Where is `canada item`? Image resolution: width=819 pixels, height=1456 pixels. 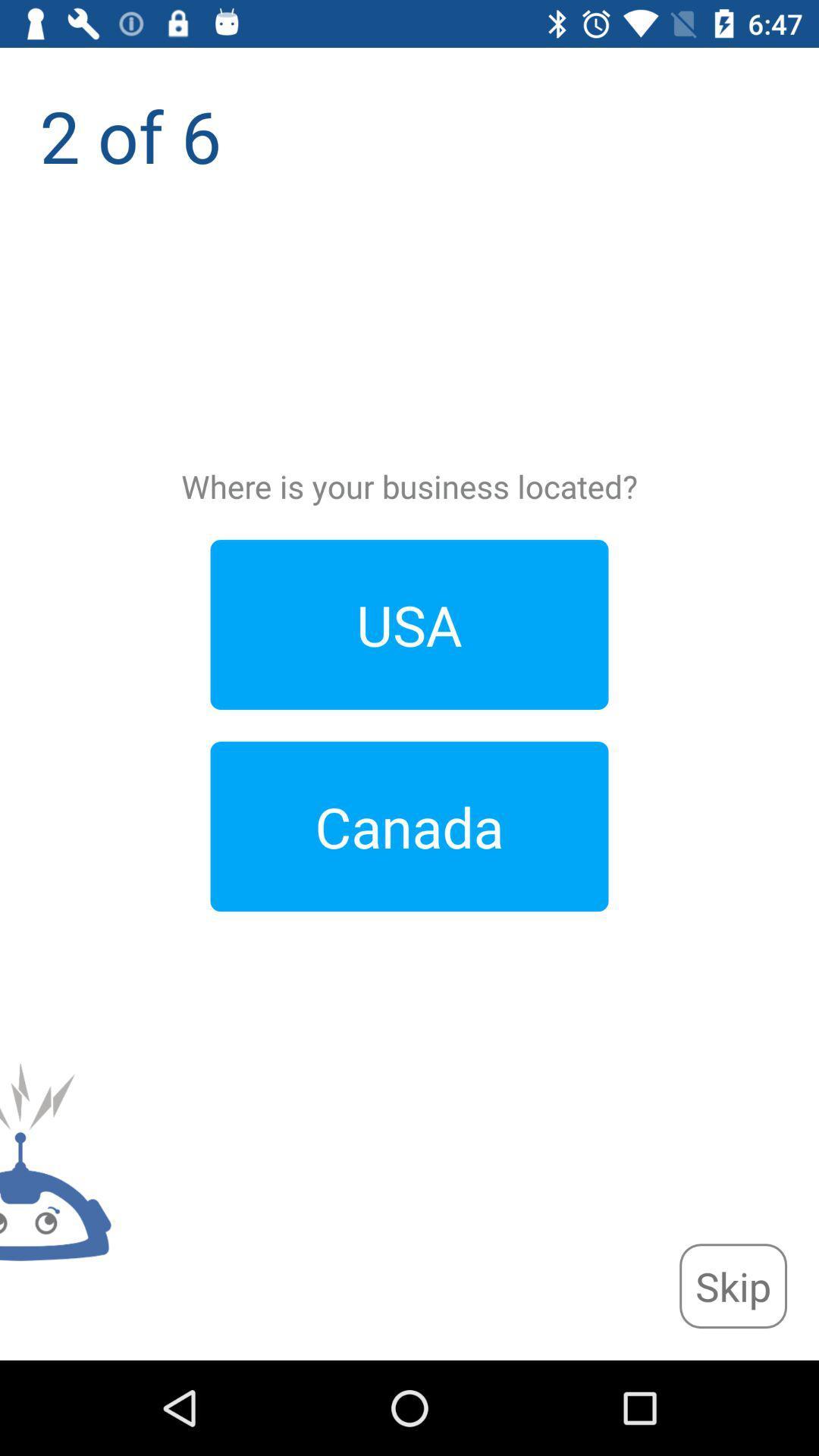 canada item is located at coordinates (409, 826).